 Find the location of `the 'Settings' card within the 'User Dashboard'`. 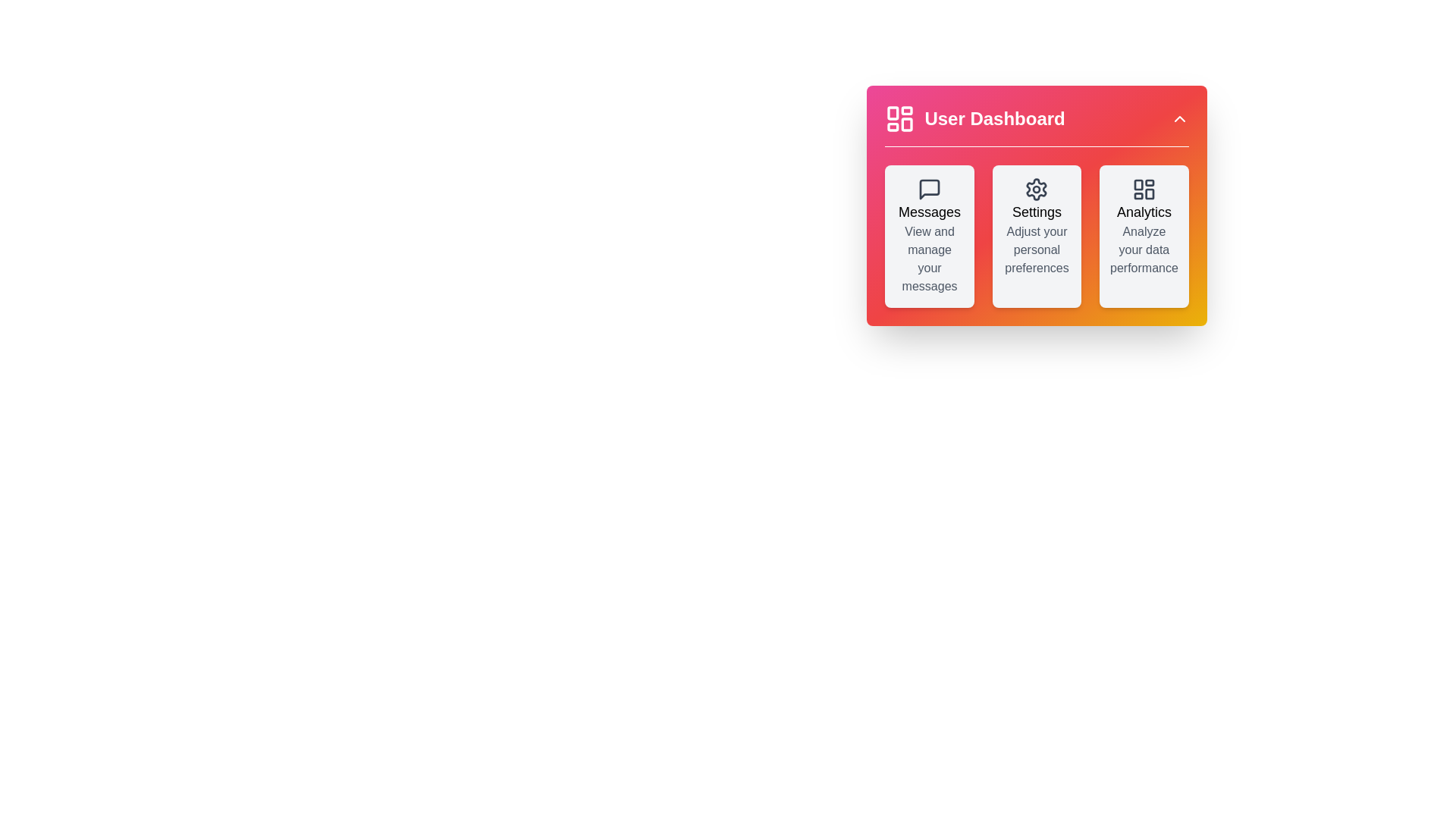

the 'Settings' card within the 'User Dashboard' is located at coordinates (1036, 206).